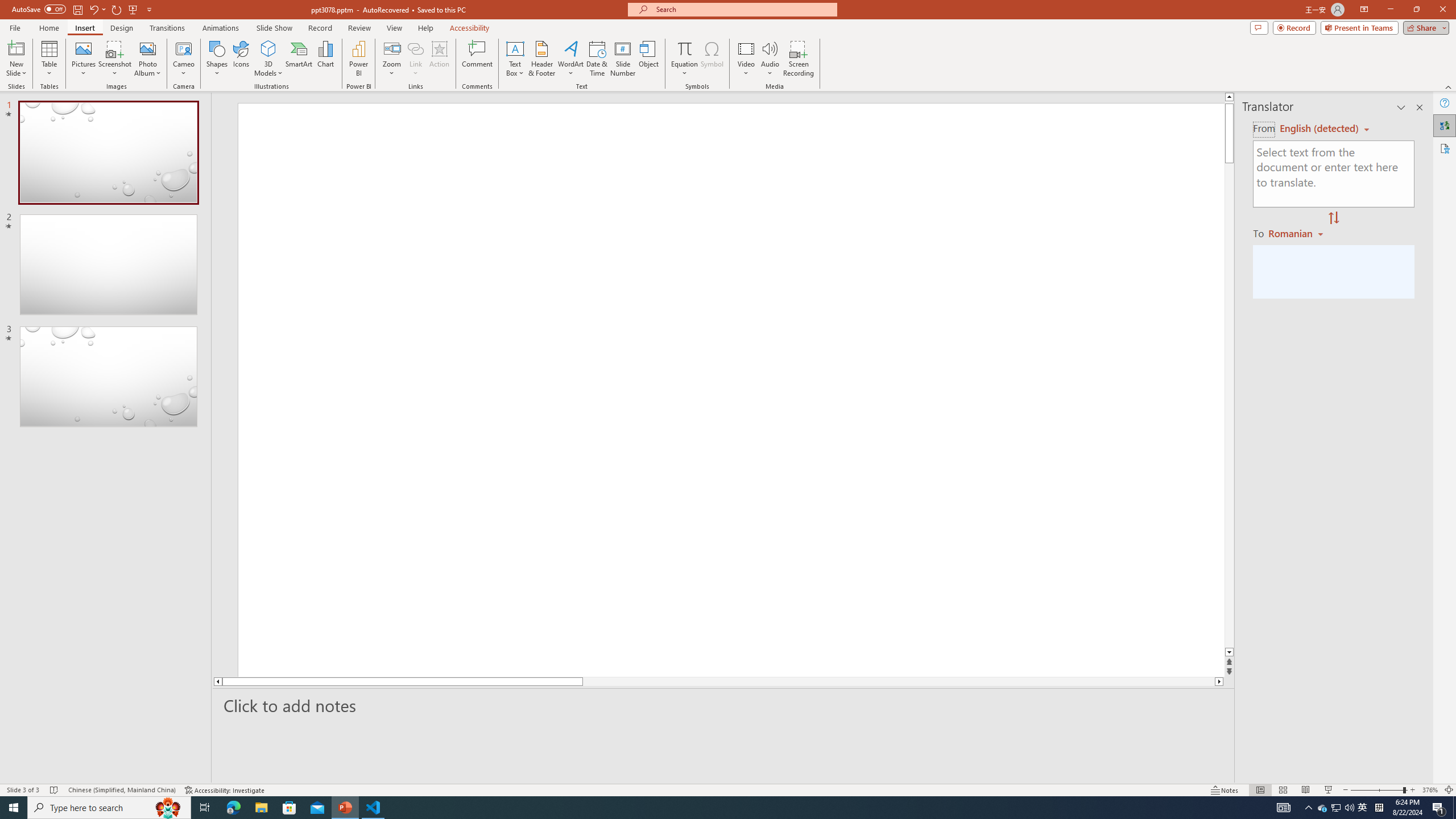 The image size is (1456, 819). I want to click on 'Chart...', so click(325, 59).